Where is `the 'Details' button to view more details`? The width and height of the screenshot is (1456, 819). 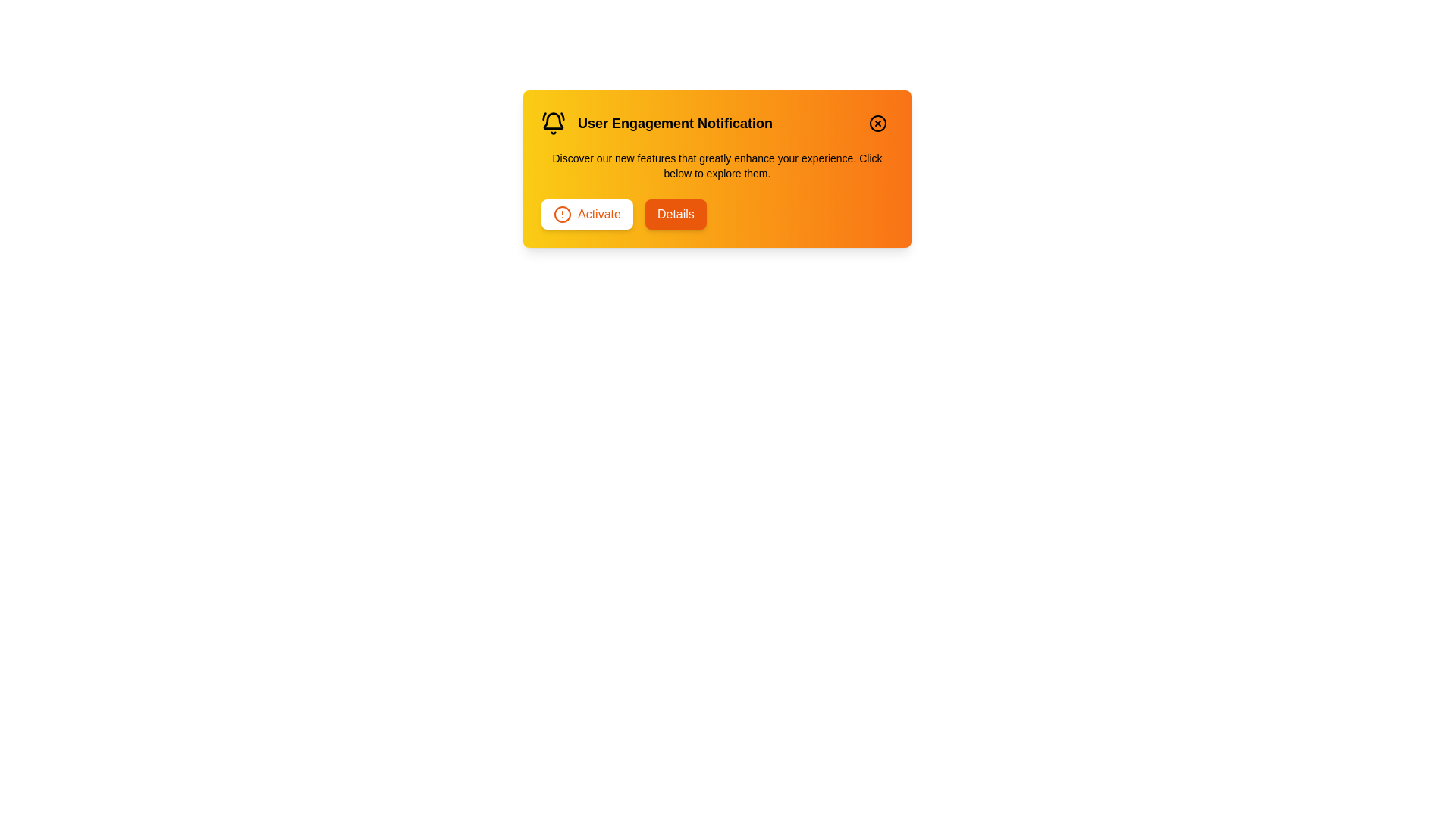
the 'Details' button to view more details is located at coordinates (675, 214).